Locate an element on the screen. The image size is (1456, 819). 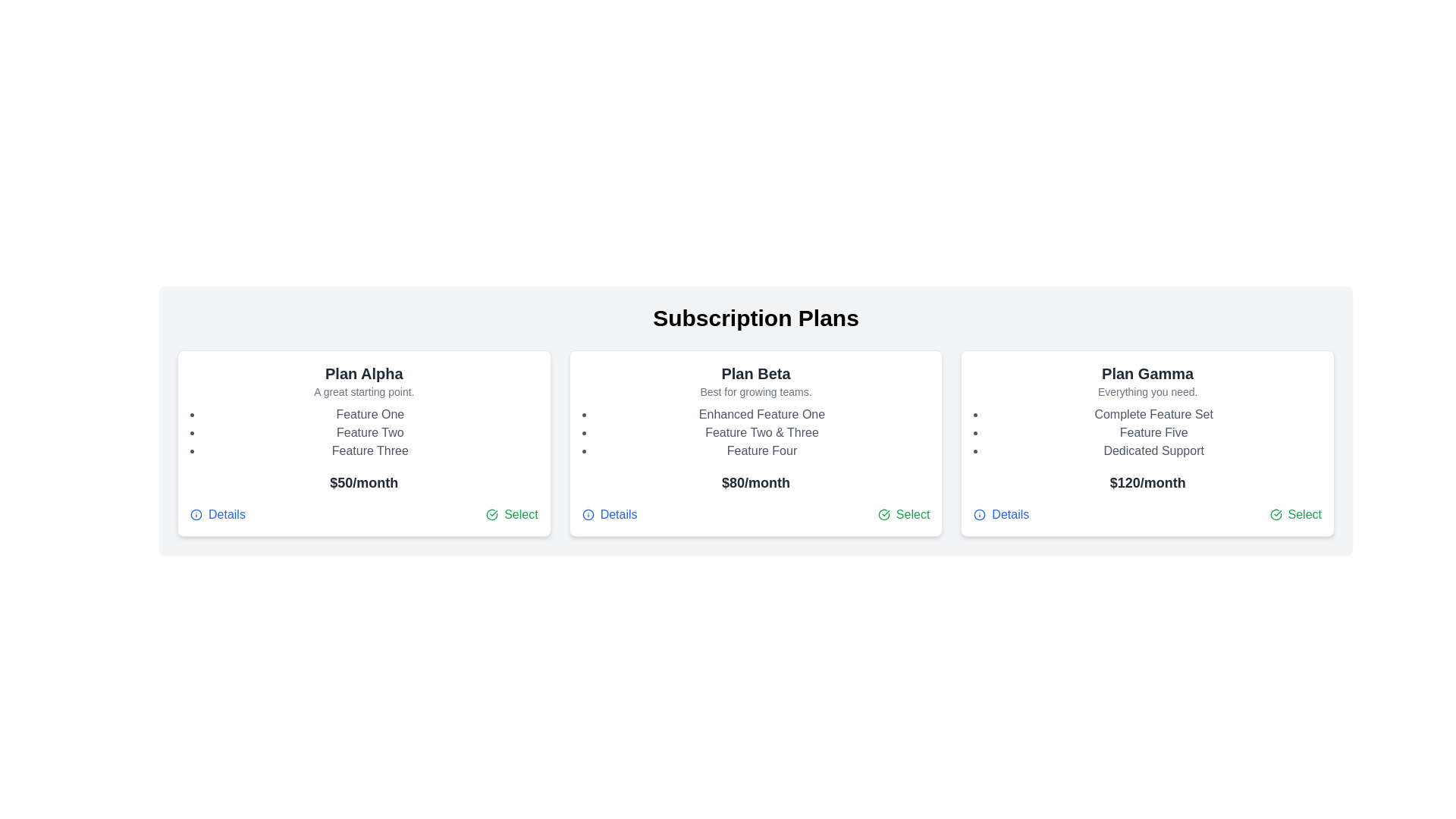
the 'Select' button with a green text label and checkmark icon located in the 'Plan Gamma' section at the bottom-right corner is located at coordinates (1294, 513).